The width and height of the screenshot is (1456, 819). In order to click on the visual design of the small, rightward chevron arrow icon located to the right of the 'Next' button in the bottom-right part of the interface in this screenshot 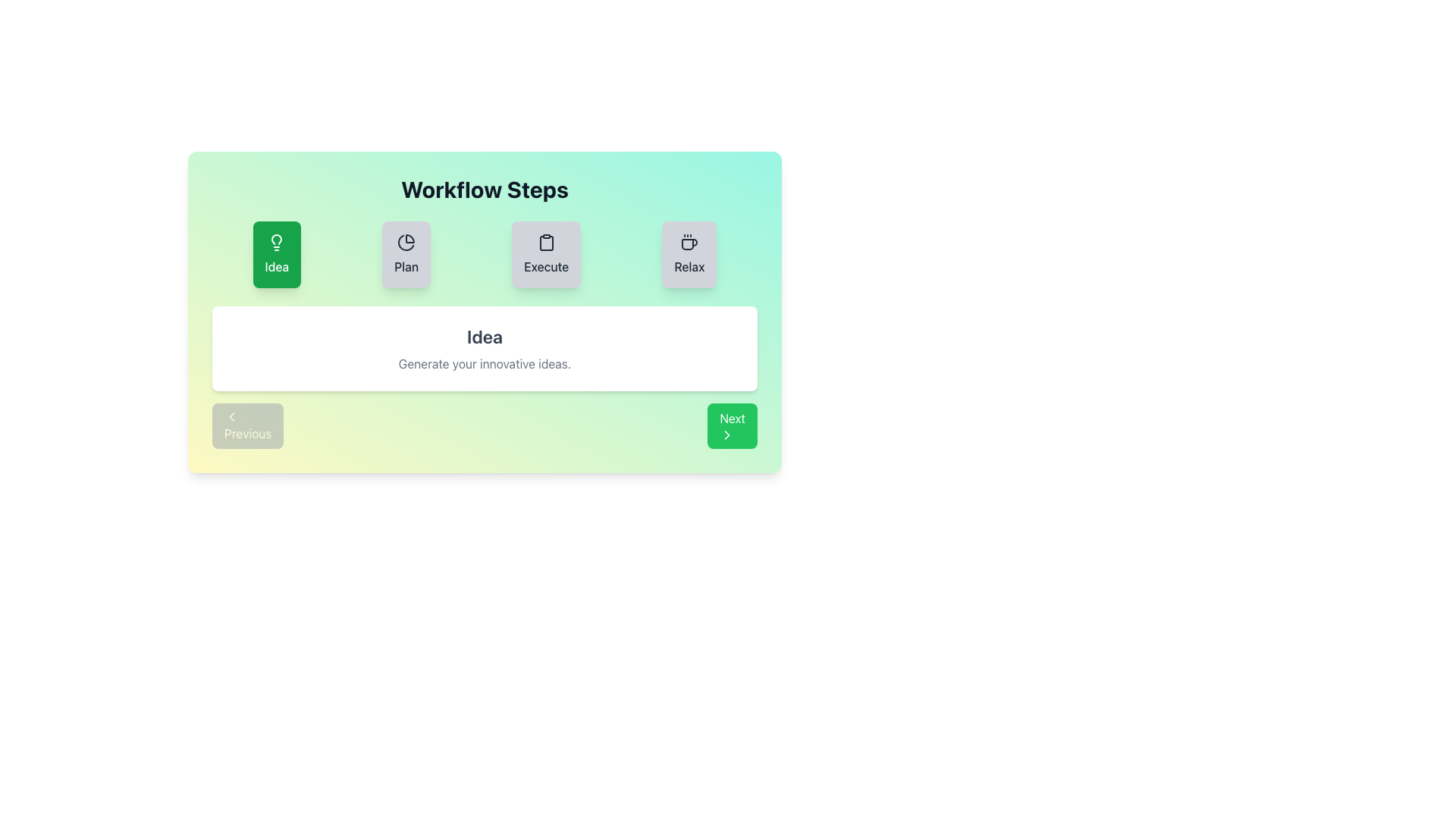, I will do `click(726, 435)`.